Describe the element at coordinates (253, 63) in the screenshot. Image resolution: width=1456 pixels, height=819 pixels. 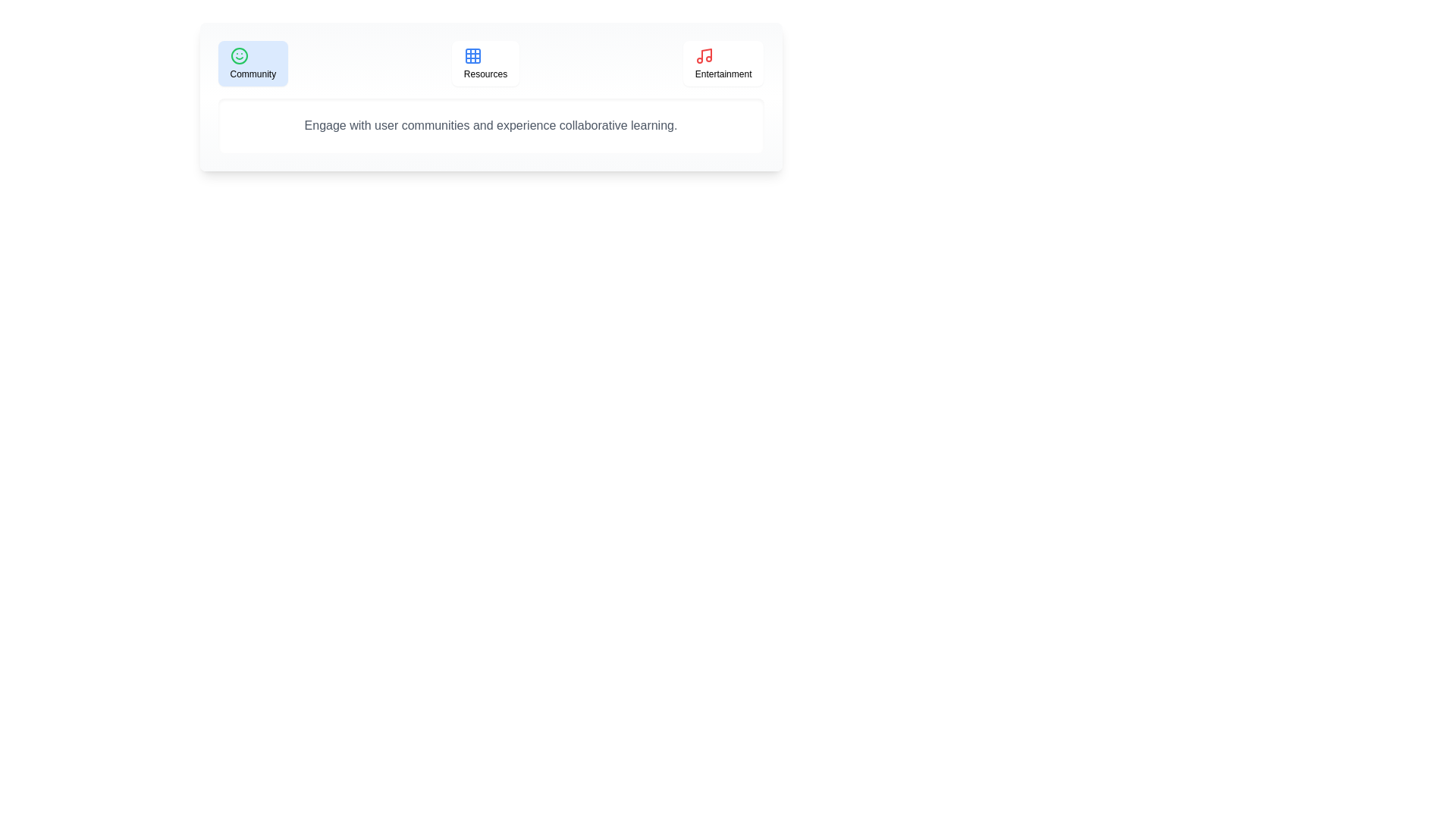
I see `the Community tab by clicking on it` at that location.